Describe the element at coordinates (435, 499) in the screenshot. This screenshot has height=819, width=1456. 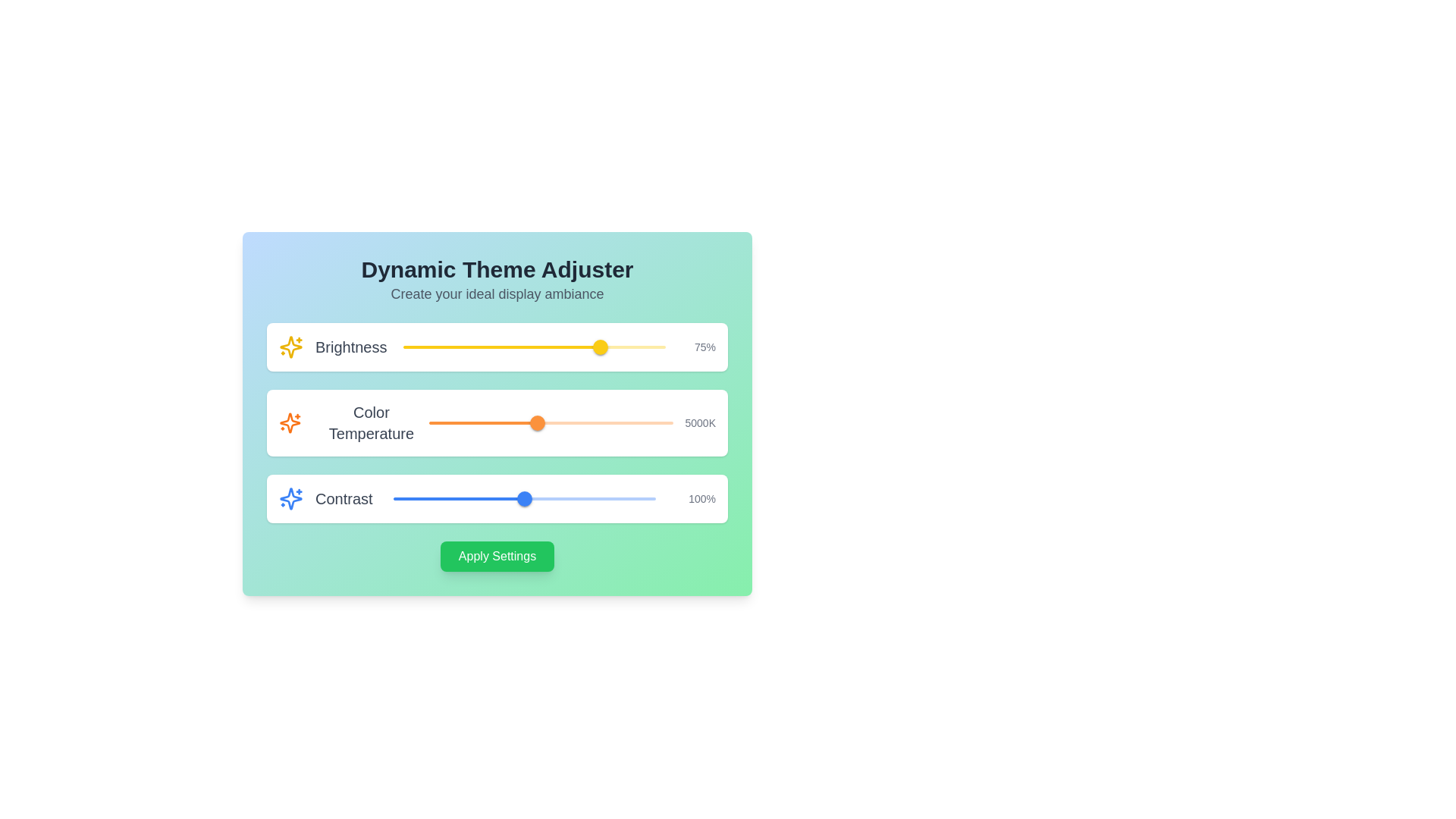
I see `the contrast level` at that location.